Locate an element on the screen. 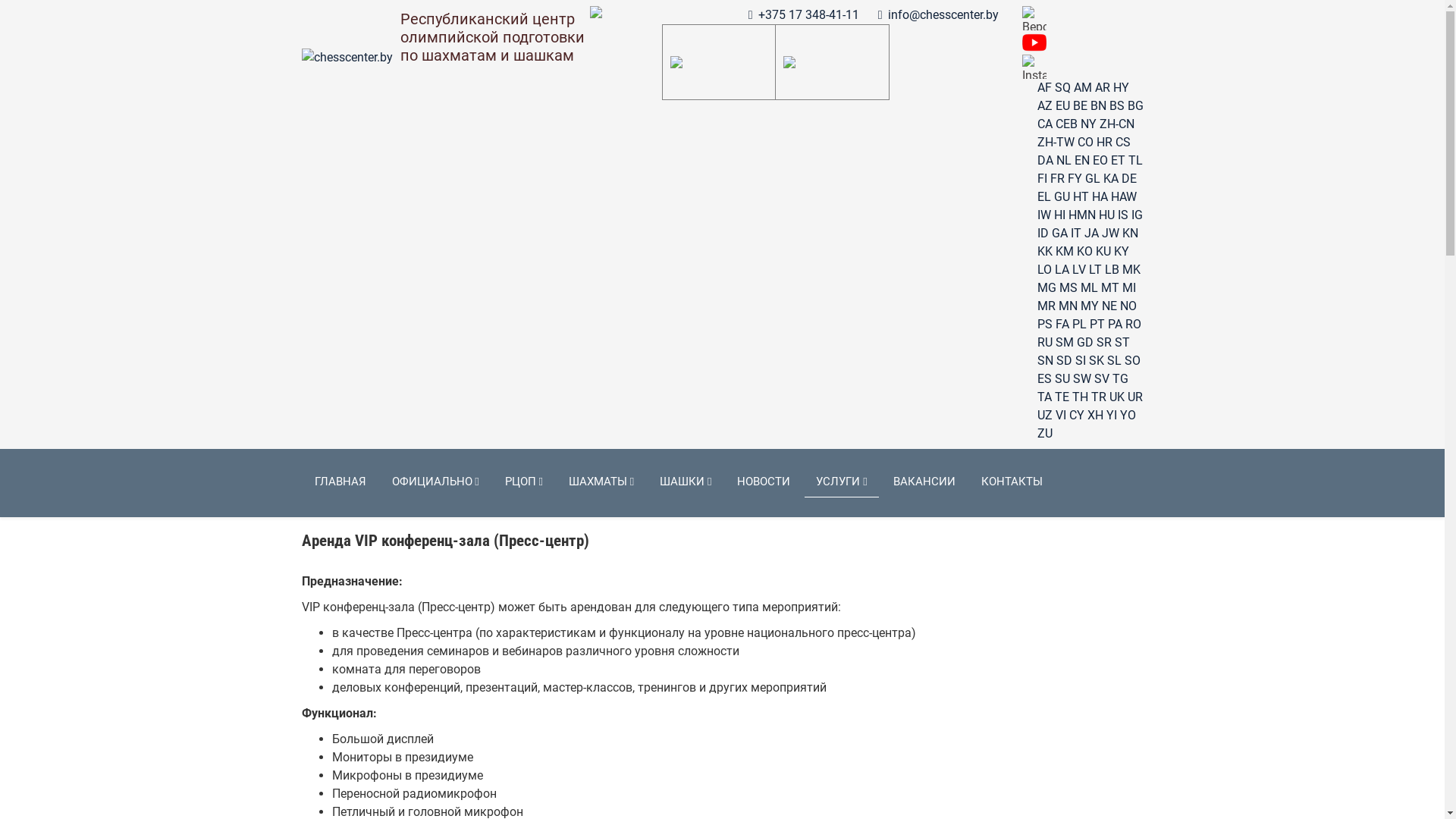 This screenshot has width=1456, height=819. 'IG' is located at coordinates (1137, 215).